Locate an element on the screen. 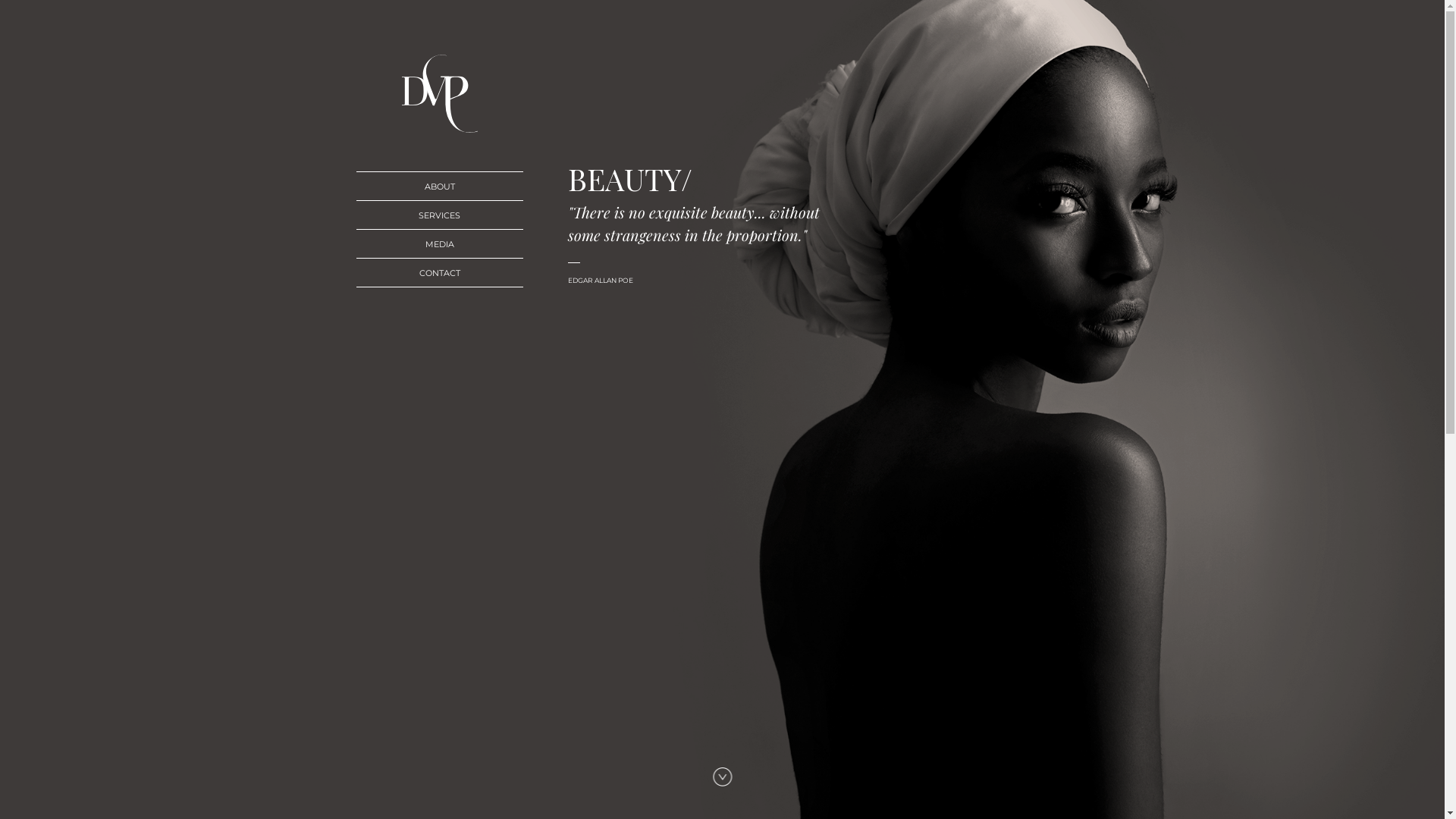 Image resolution: width=1456 pixels, height=819 pixels. 'ABOUT' is located at coordinates (439, 185).